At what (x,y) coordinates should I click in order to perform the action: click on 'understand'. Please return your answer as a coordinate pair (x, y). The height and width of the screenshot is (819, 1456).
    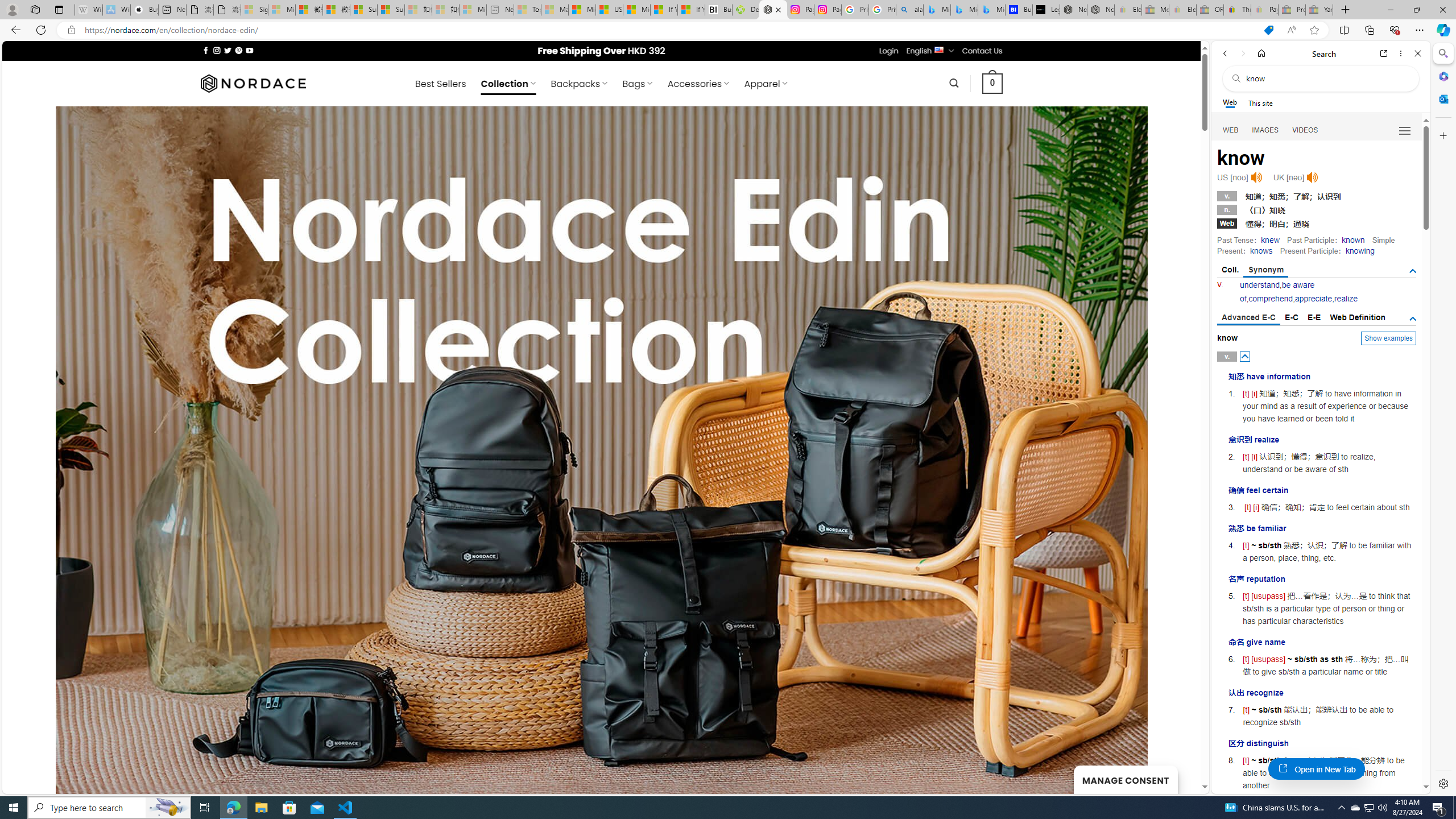
    Looking at the image, I should click on (1259, 285).